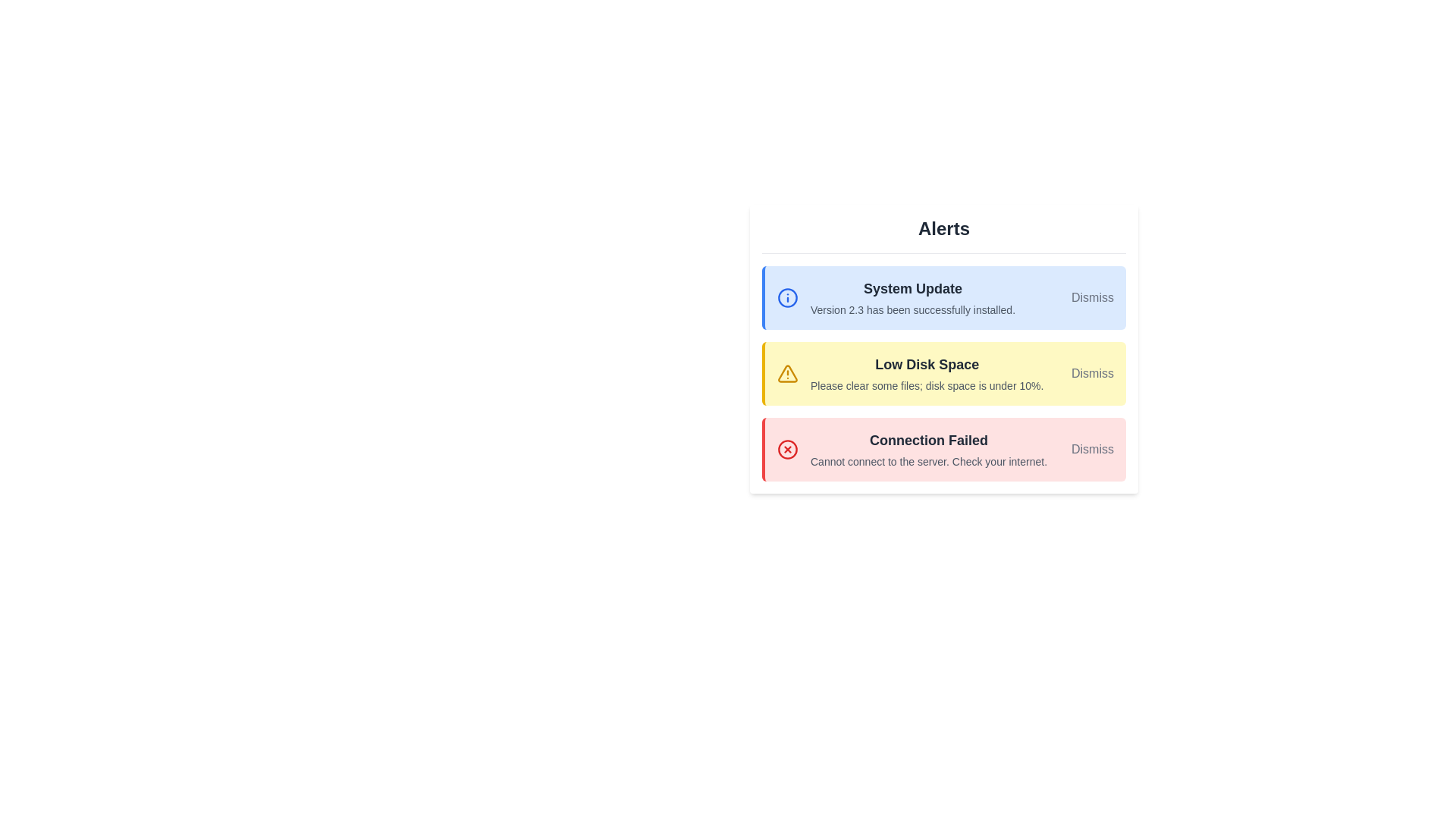 This screenshot has width=1456, height=819. What do you see at coordinates (927, 441) in the screenshot?
I see `text content of the 'Connection Failed' label, which is a bold text on a light red background within the third alert section` at bounding box center [927, 441].